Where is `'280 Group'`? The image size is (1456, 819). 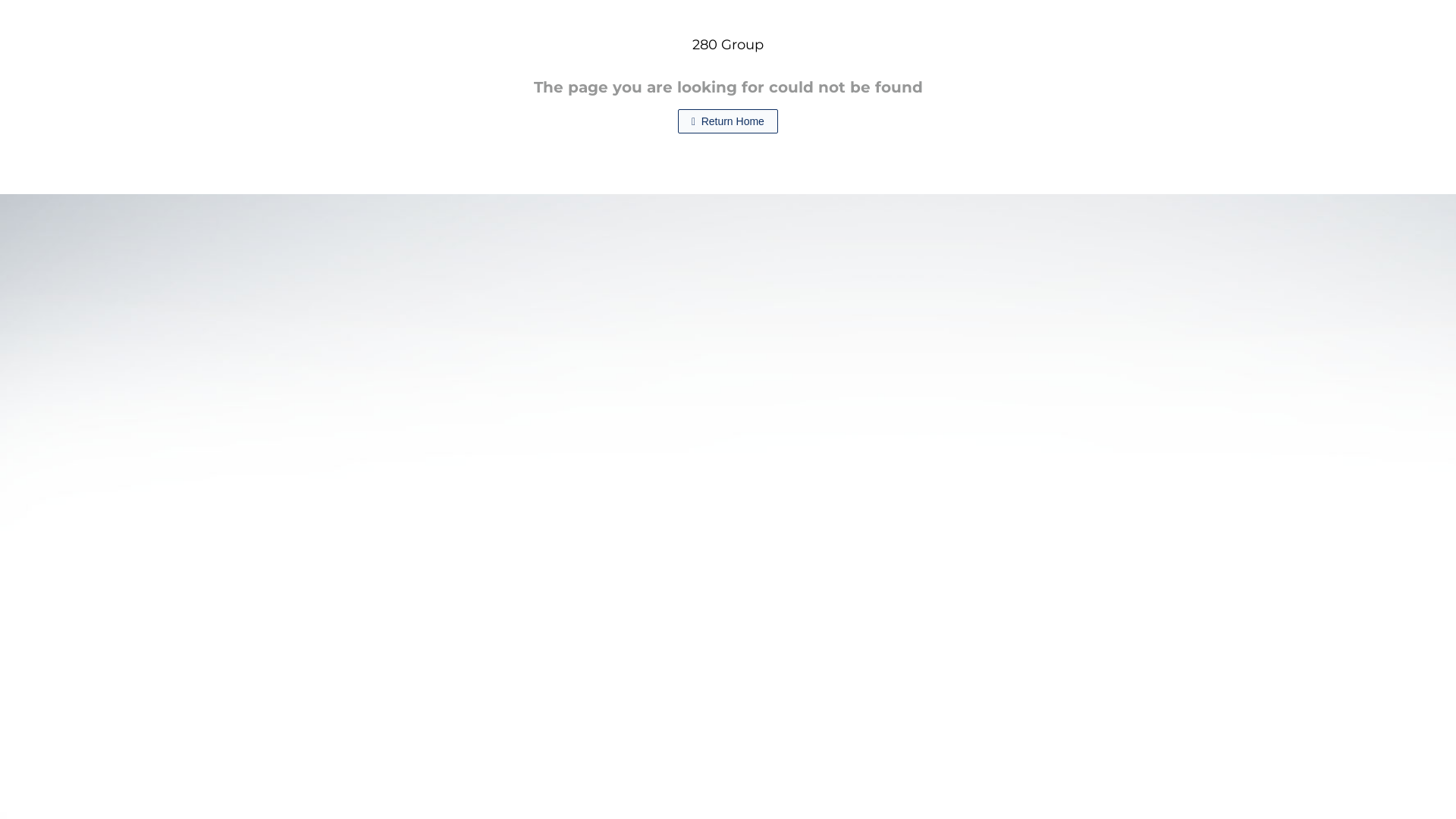 '280 Group' is located at coordinates (728, 44).